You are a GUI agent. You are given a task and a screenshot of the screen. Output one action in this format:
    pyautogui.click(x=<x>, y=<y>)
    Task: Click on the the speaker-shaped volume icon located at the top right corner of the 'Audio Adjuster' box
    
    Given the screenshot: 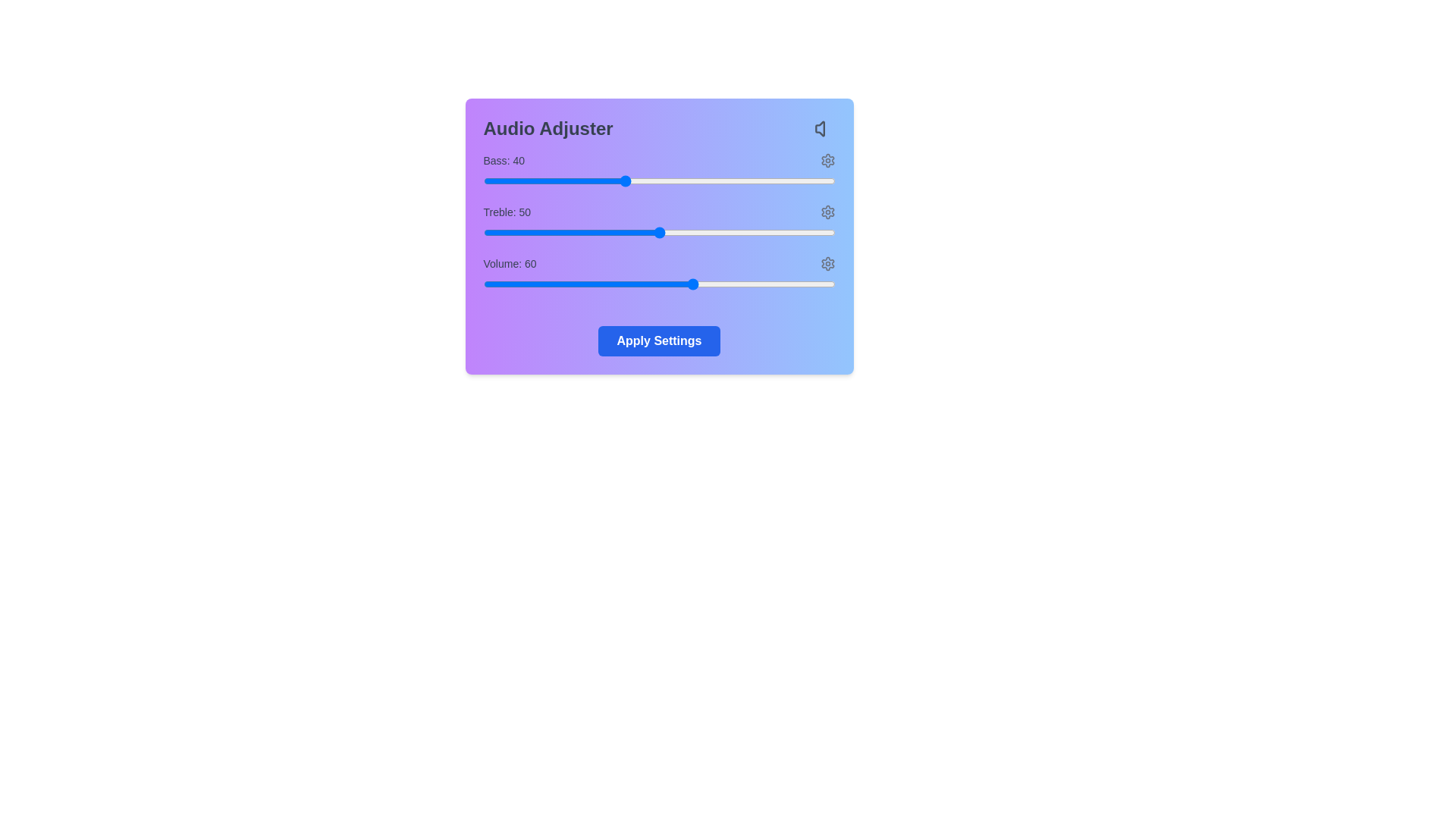 What is the action you would take?
    pyautogui.click(x=824, y=127)
    